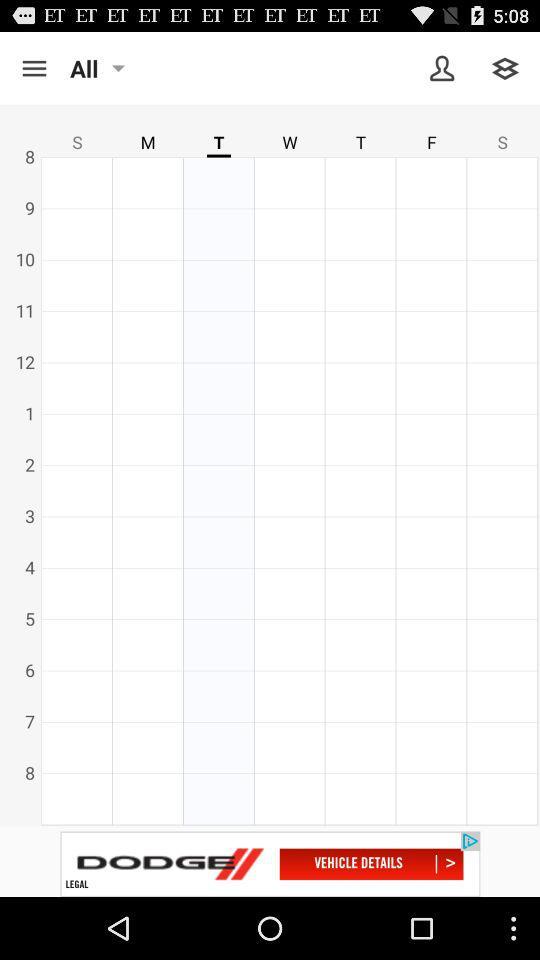 The width and height of the screenshot is (540, 960). What do you see at coordinates (442, 68) in the screenshot?
I see `profile` at bounding box center [442, 68].